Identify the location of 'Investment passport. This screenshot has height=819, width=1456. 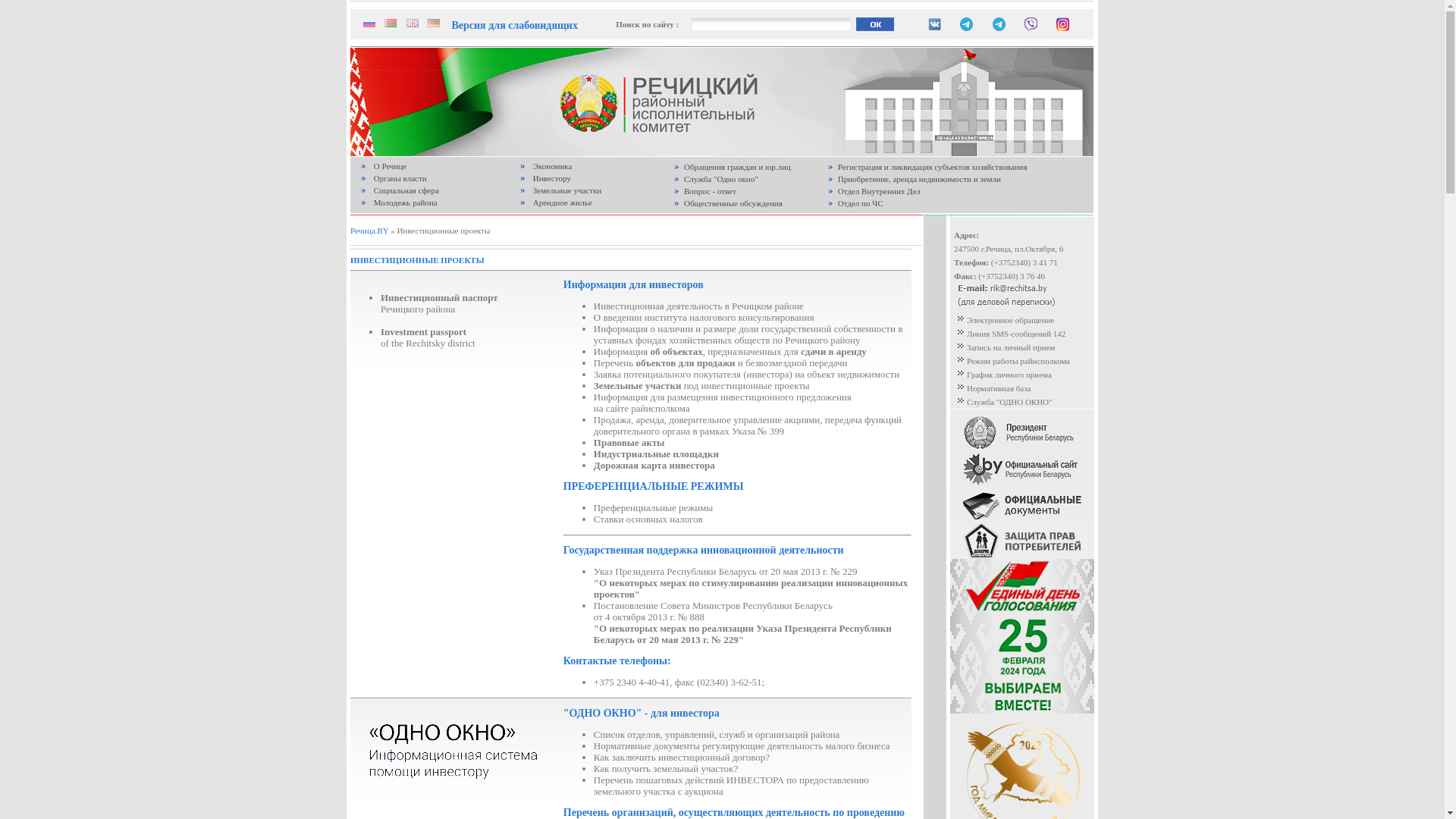
(427, 336).